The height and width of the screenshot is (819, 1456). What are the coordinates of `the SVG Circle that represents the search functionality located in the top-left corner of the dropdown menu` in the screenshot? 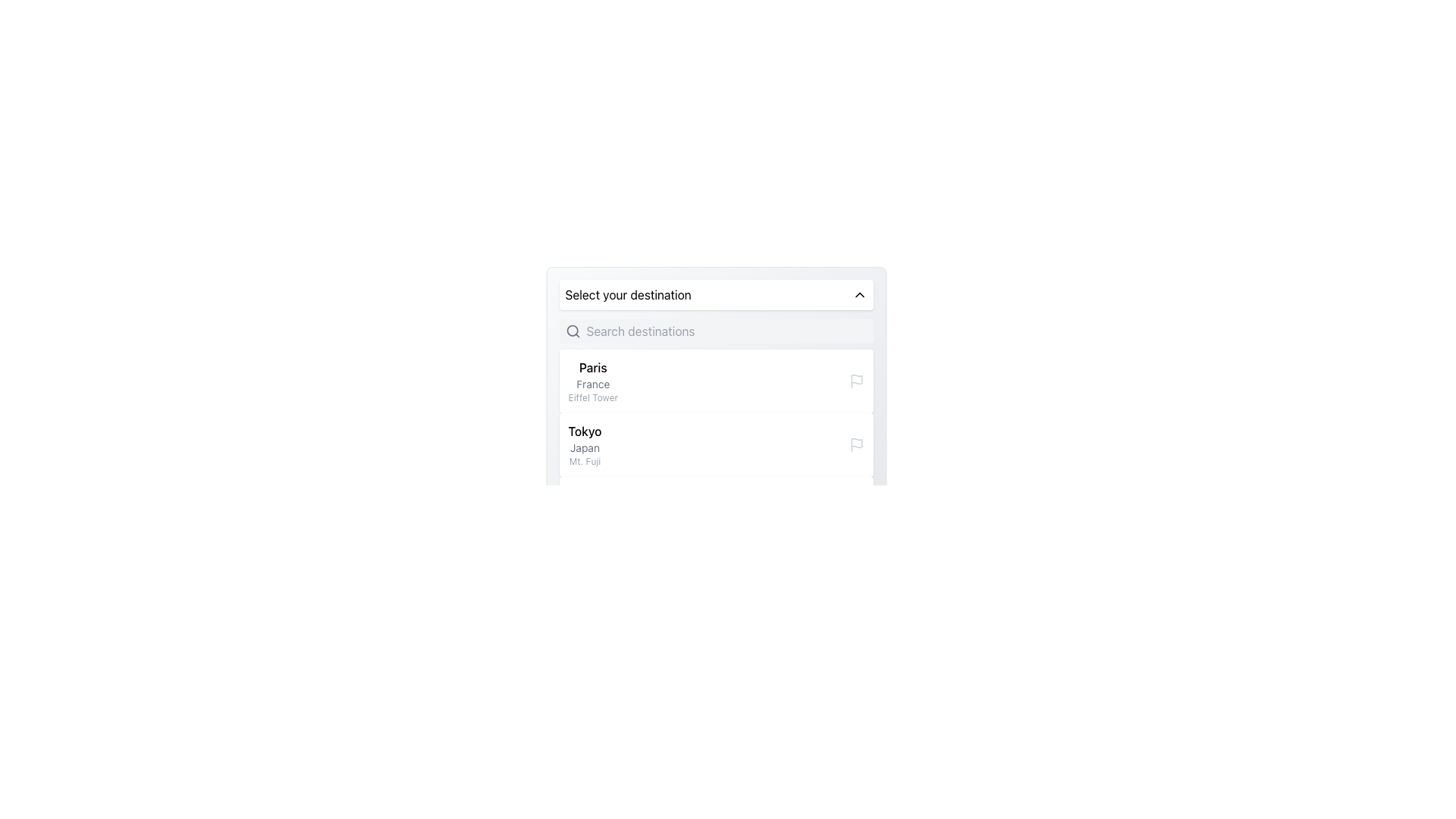 It's located at (571, 330).